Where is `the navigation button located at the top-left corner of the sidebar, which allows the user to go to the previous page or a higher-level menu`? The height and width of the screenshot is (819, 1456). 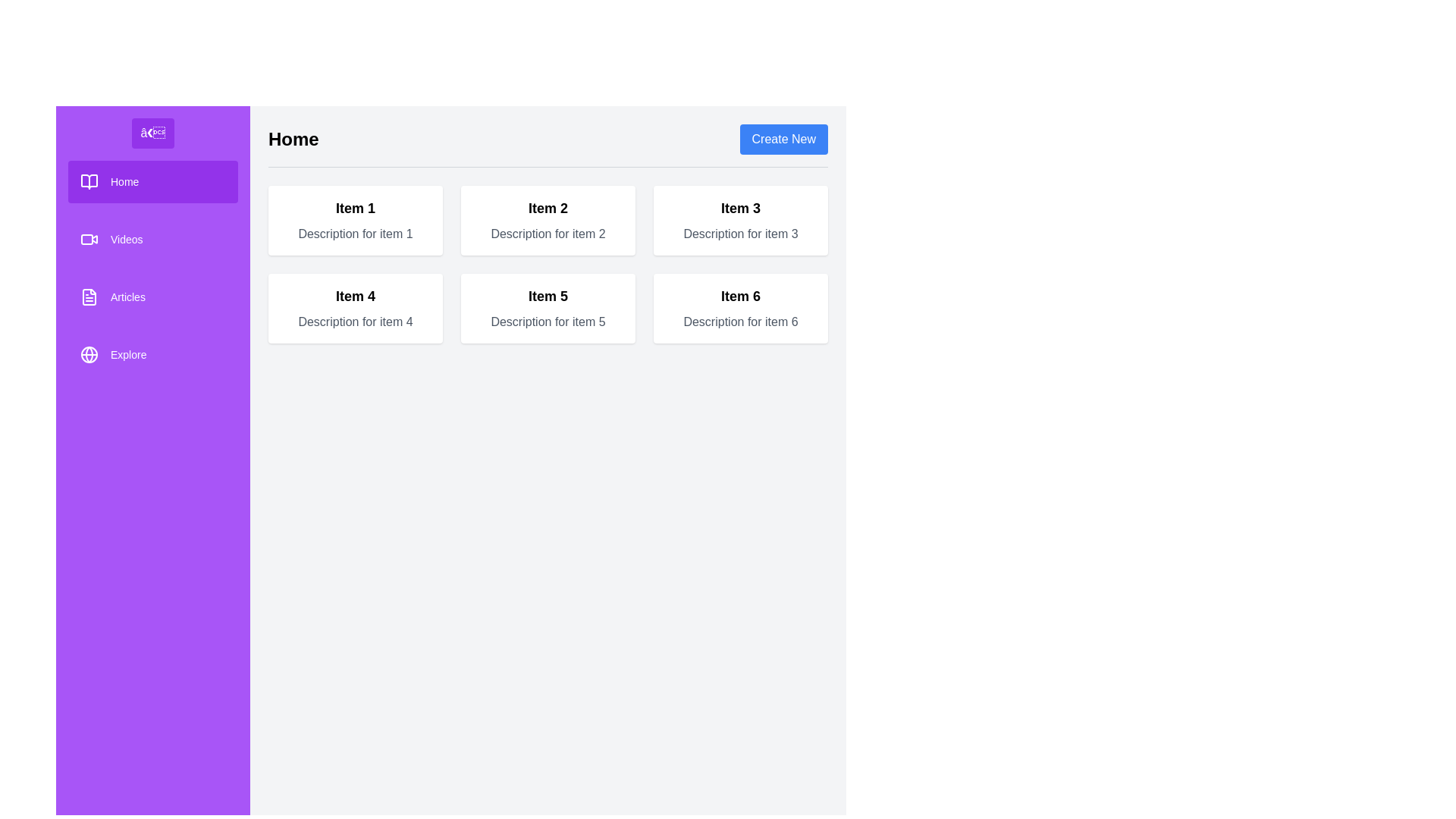 the navigation button located at the top-left corner of the sidebar, which allows the user to go to the previous page or a higher-level menu is located at coordinates (152, 133).